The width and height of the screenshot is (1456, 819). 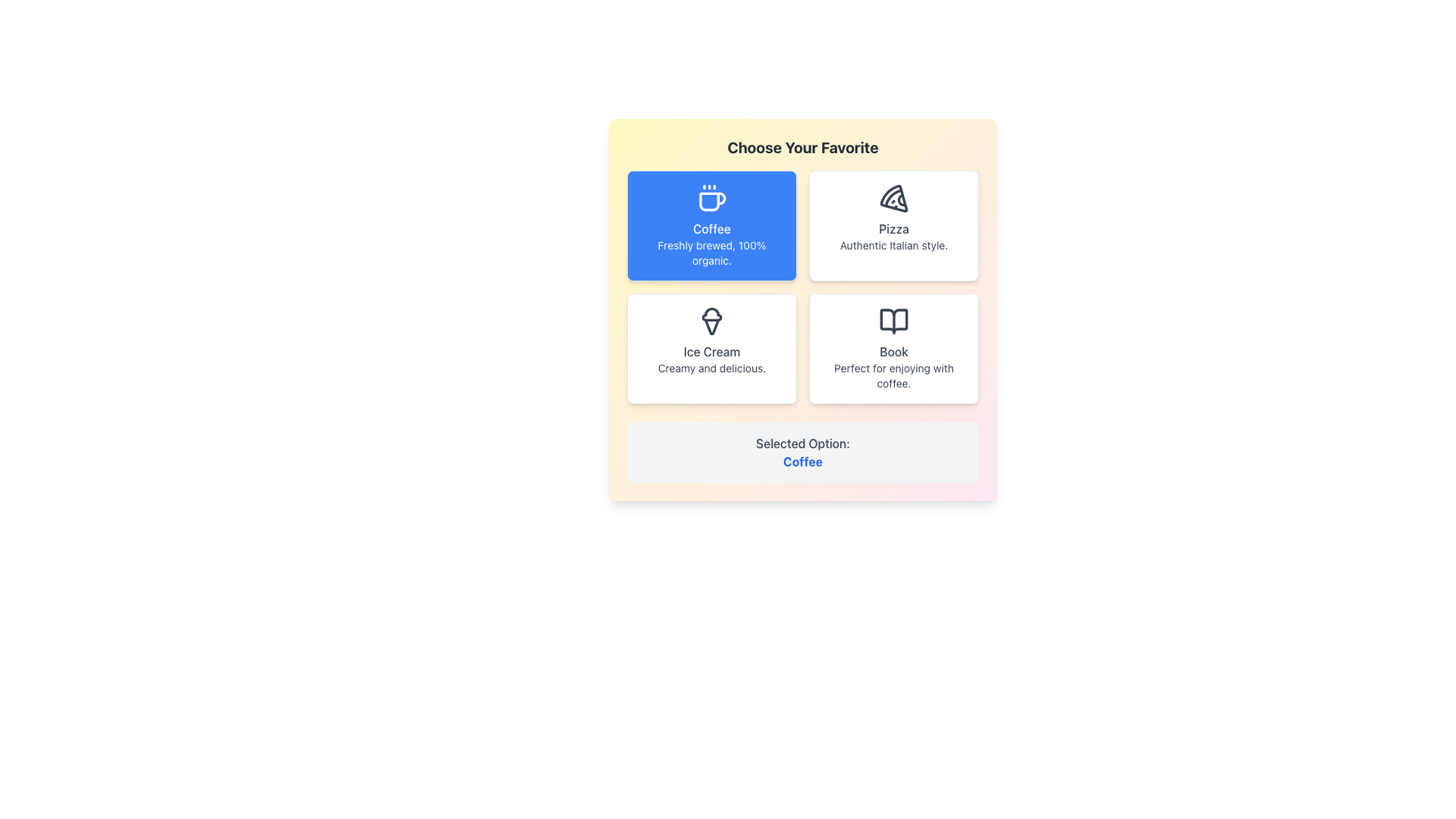 I want to click on the text label displaying 'Freshly brewed, 100% organic.' which is centrally aligned beneath the 'Coffee' label in the card with a blue background, so click(x=711, y=253).